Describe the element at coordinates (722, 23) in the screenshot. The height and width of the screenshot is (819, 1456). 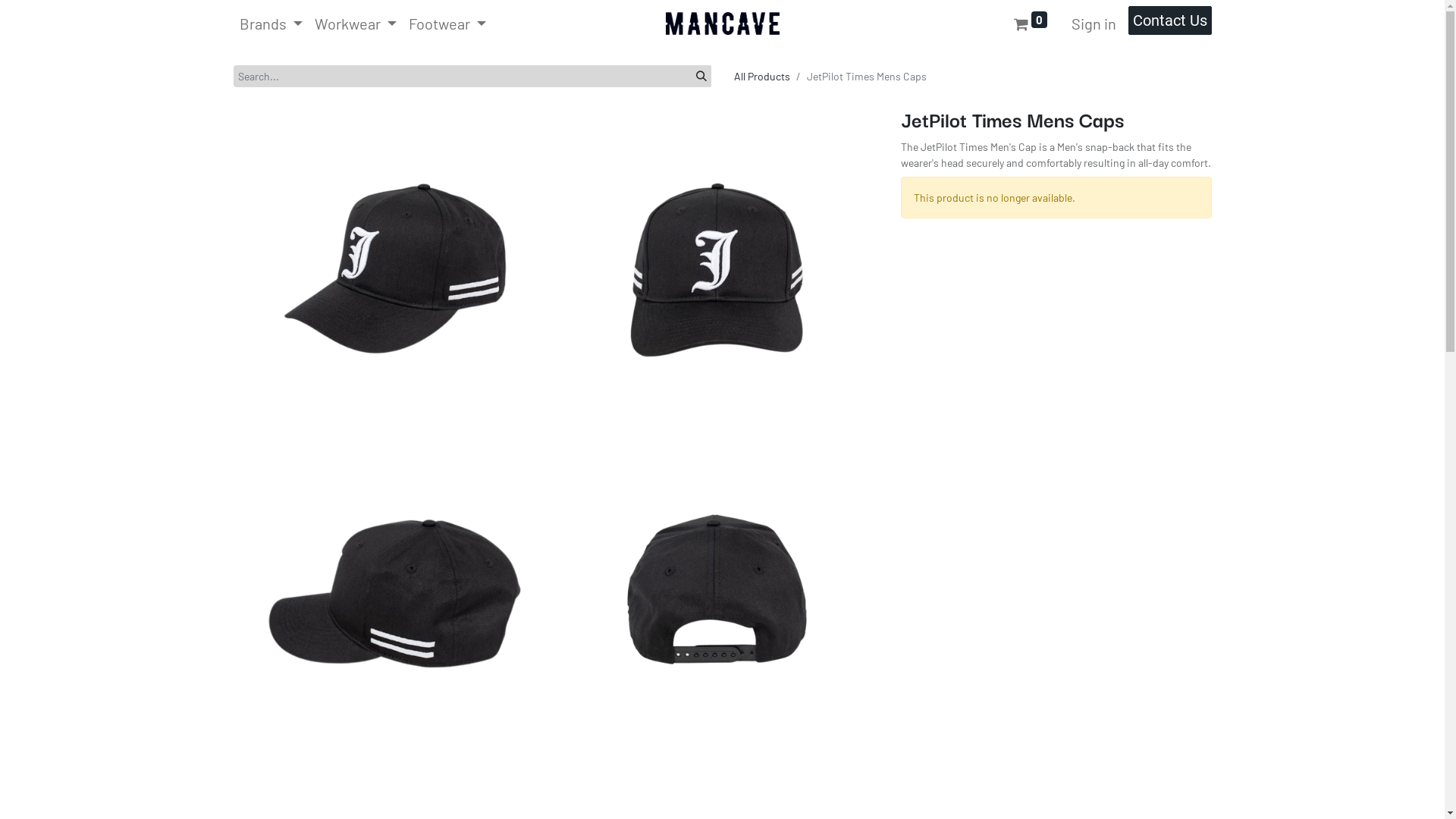
I see `'Man Cave Workwear'` at that location.